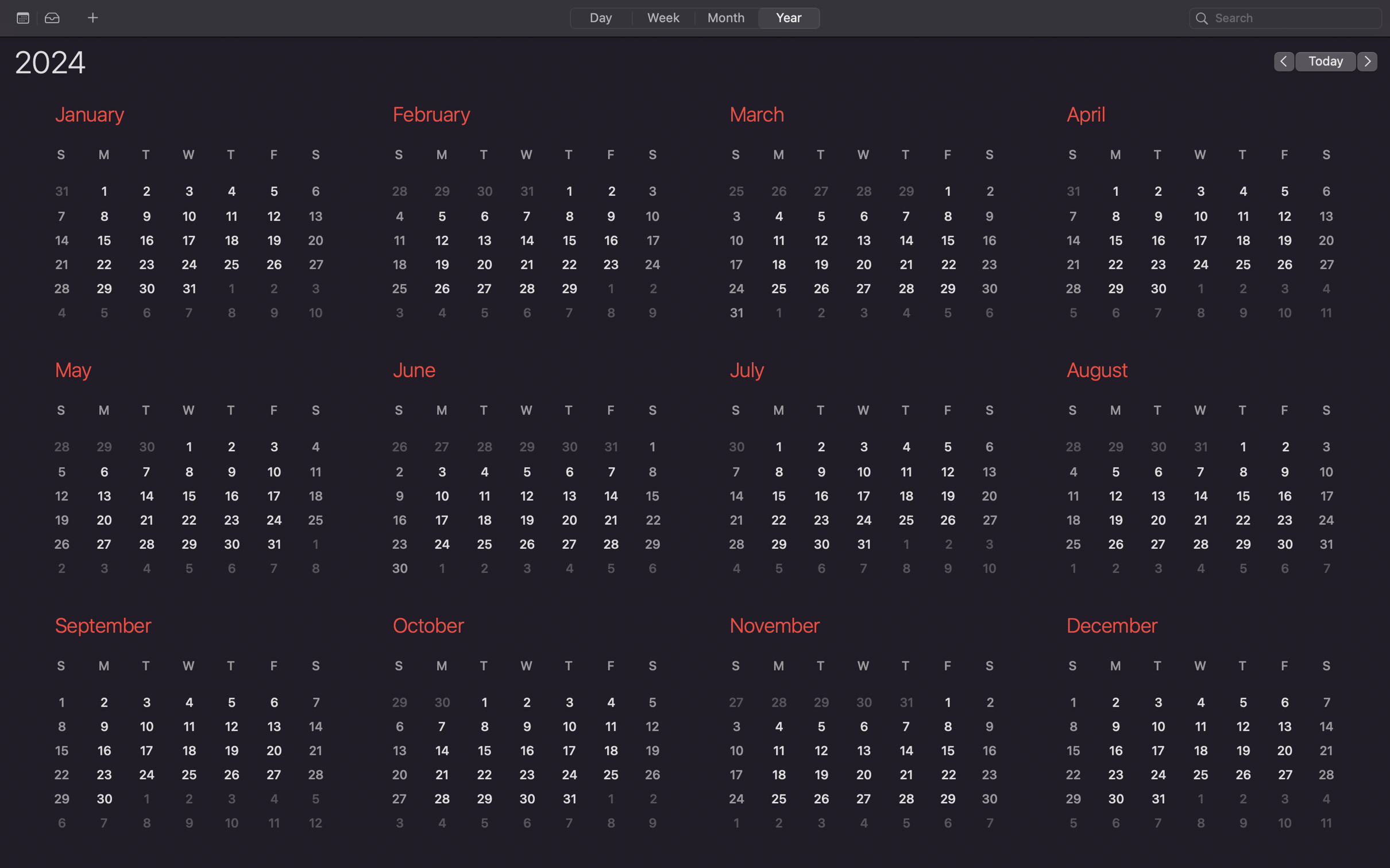  Describe the element at coordinates (1195, 471) in the screenshot. I see `the August calendar to view the events` at that location.